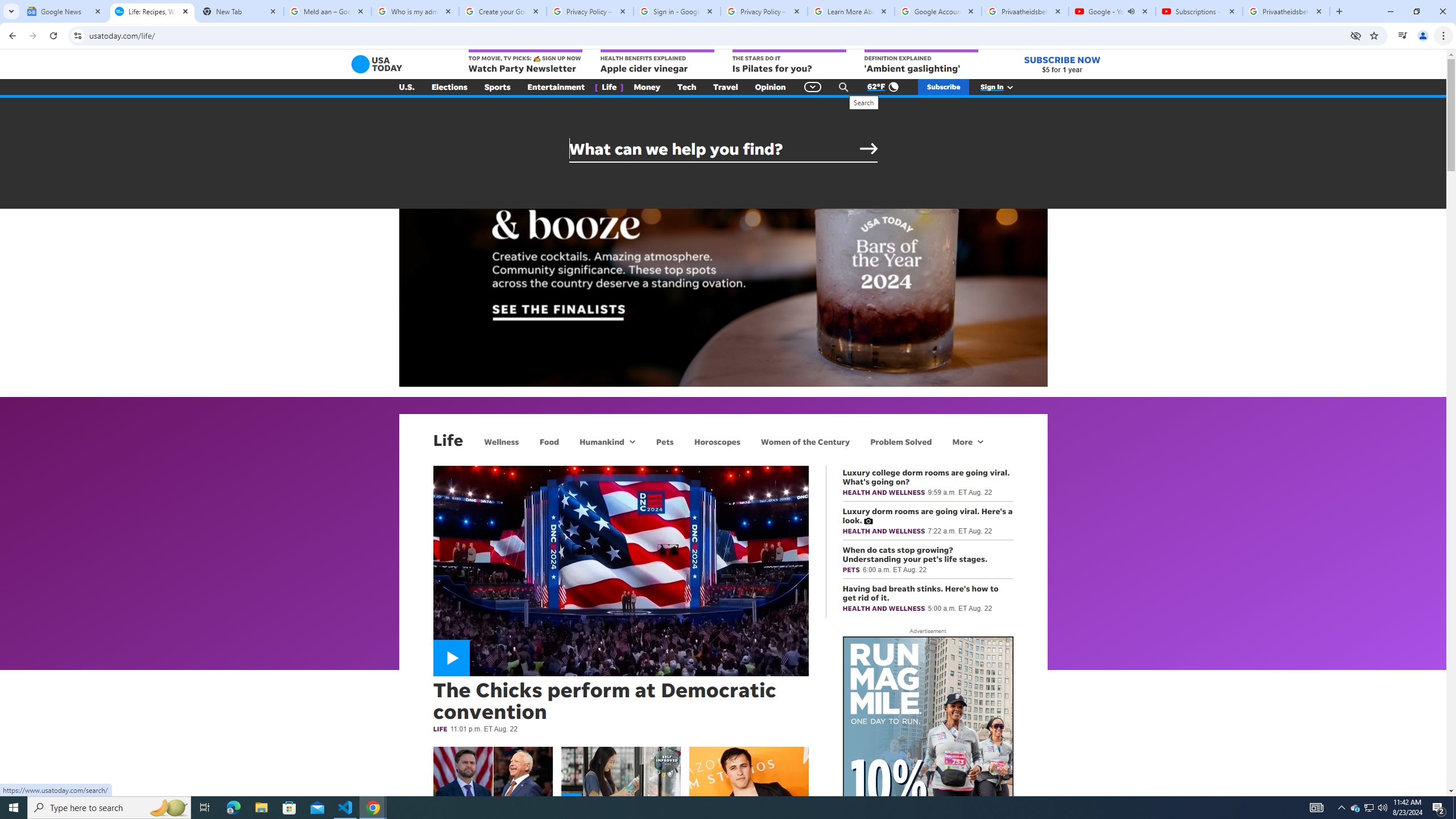  Describe the element at coordinates (500, 441) in the screenshot. I see `'Wellness'` at that location.